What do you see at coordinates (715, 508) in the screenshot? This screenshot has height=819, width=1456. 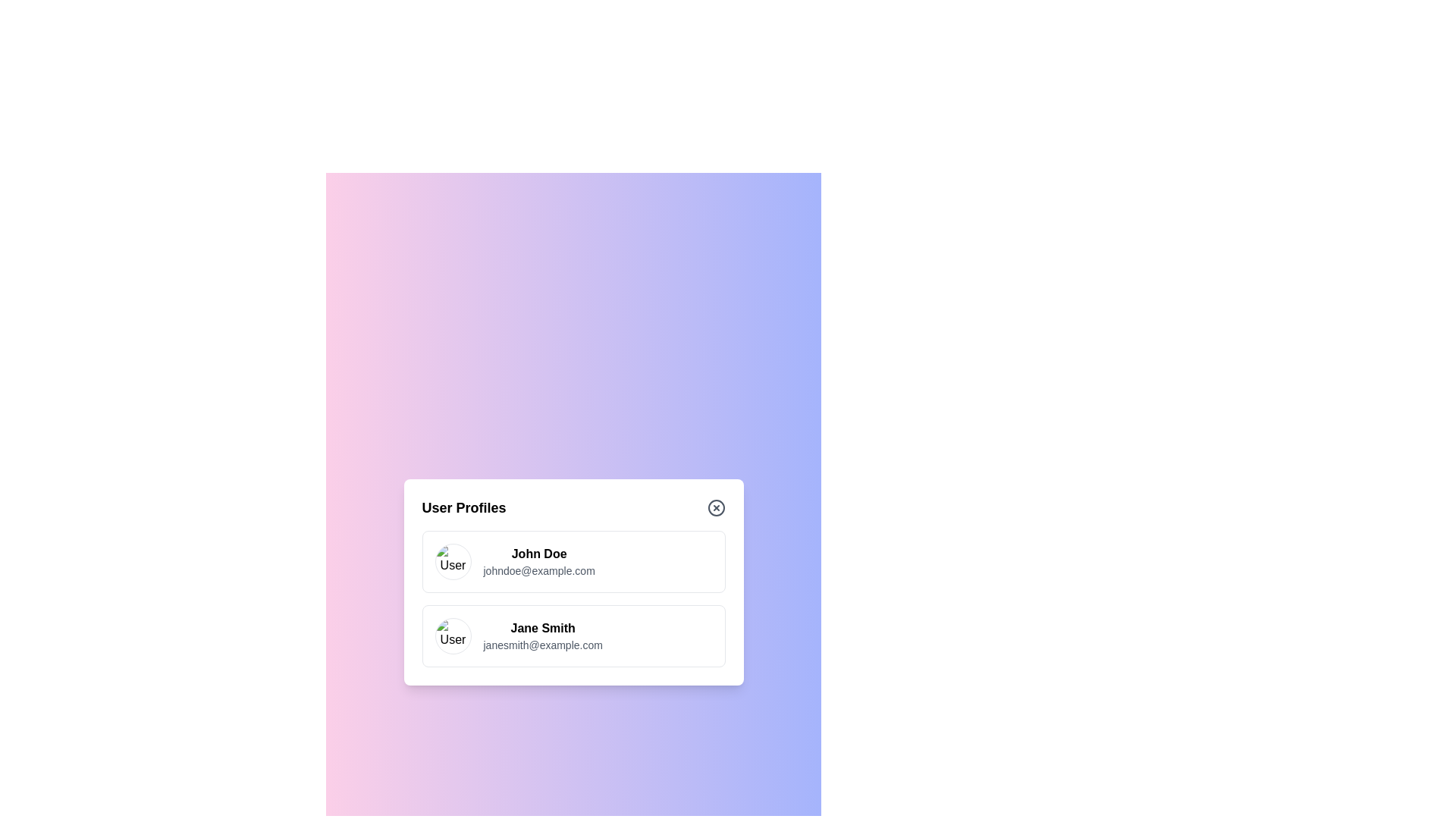 I see `the close button to dismiss the dialog` at bounding box center [715, 508].